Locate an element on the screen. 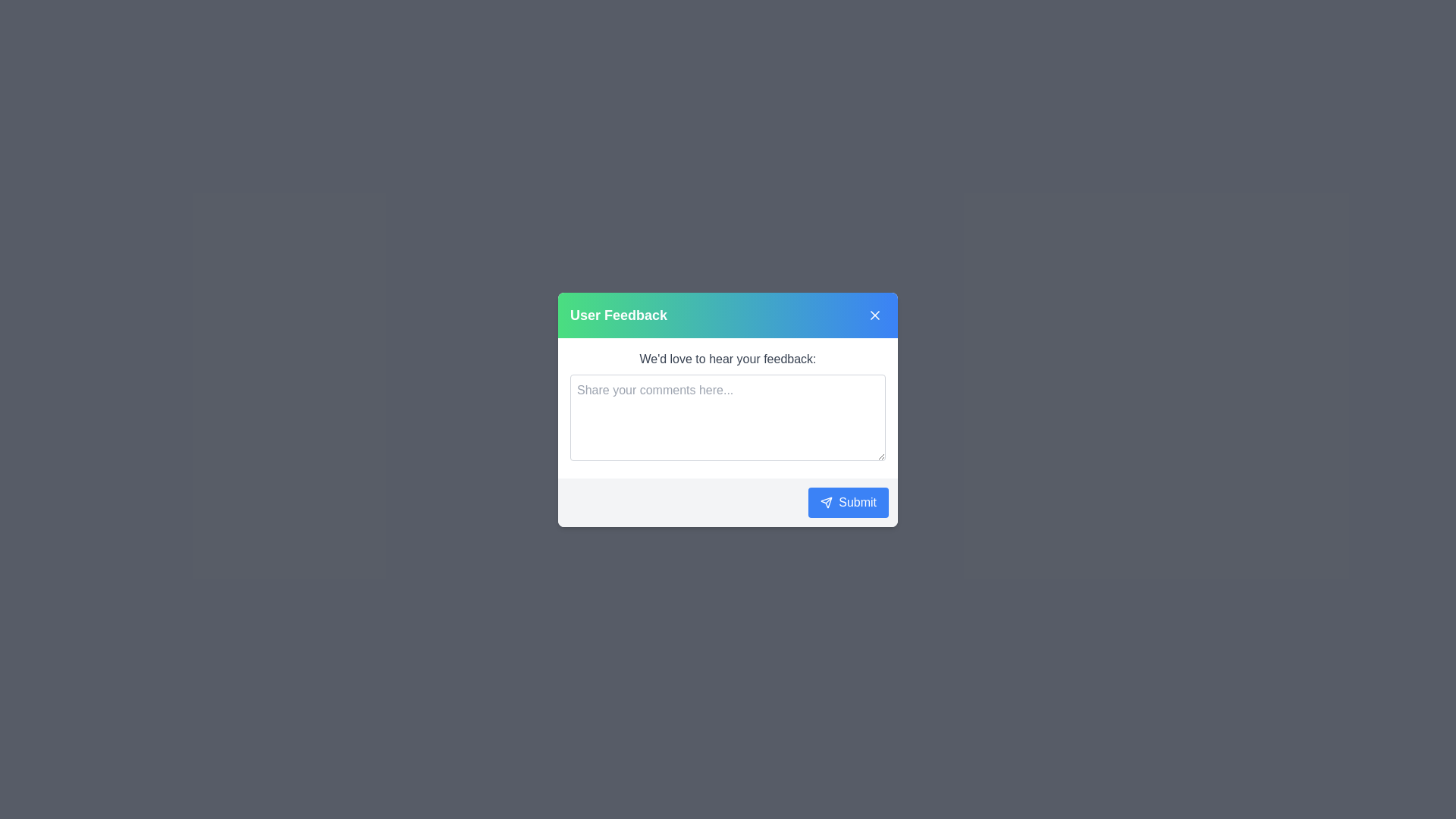 This screenshot has height=819, width=1456. the paper airplane icon located to the left of the 'Submit' text within the 'Submit' button at the bottom-right corner of the feedback form is located at coordinates (826, 502).